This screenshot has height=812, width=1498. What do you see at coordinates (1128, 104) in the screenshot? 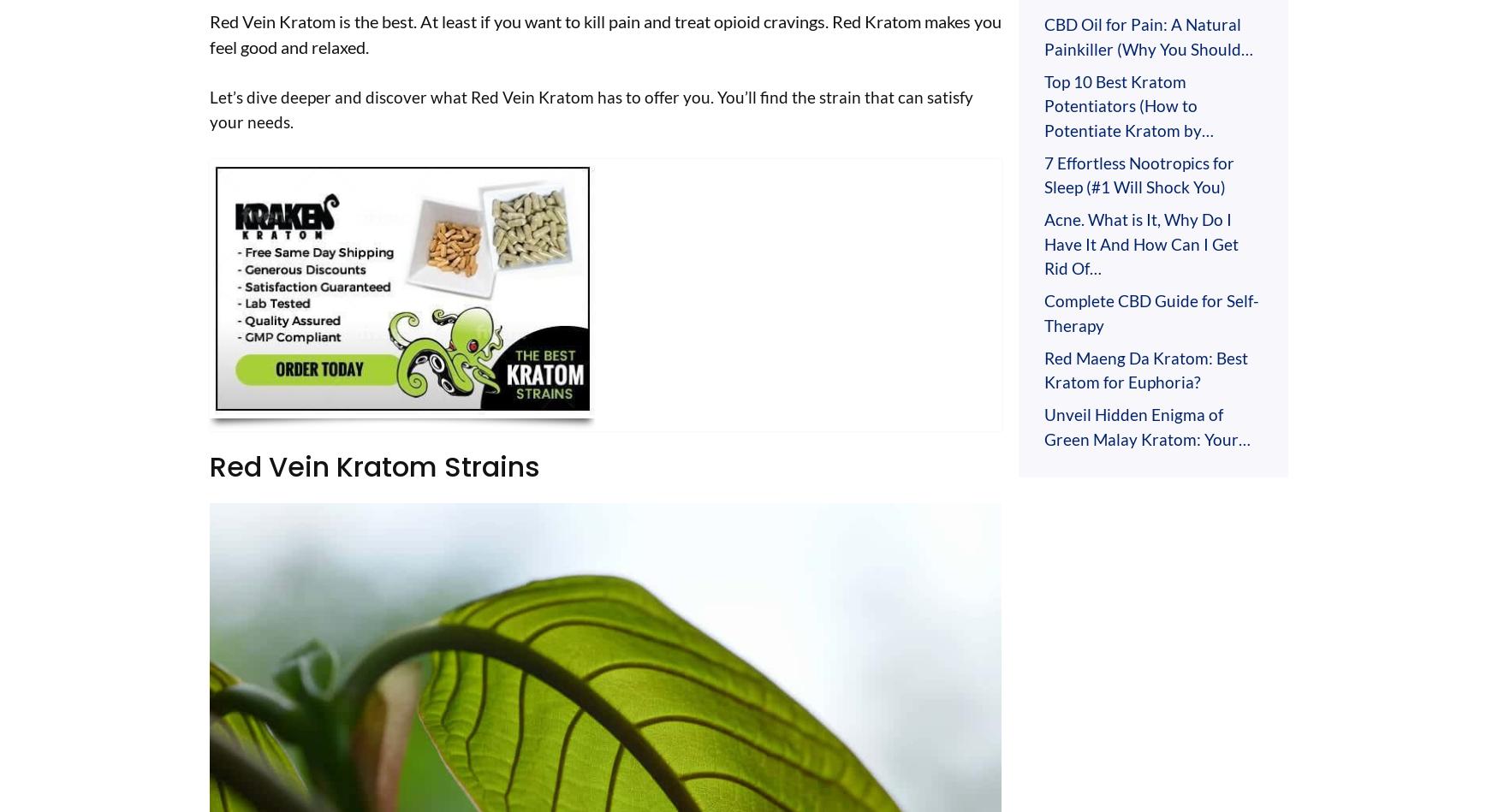
I see `'Top 10 Best Kratom Potentiators (How to Potentiate Kratom by…'` at bounding box center [1128, 104].